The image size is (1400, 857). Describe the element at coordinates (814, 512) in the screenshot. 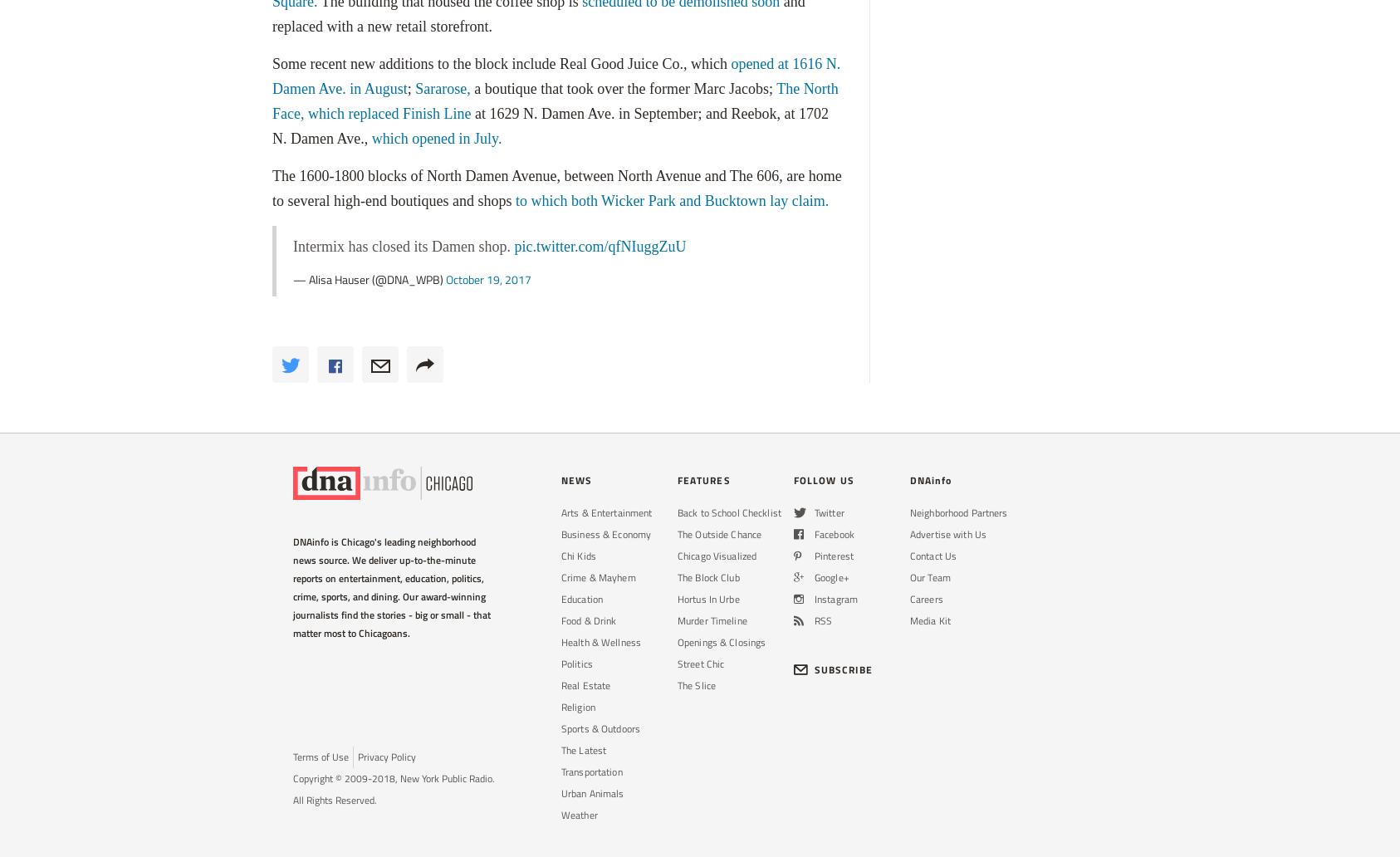

I see `'Twitter'` at that location.